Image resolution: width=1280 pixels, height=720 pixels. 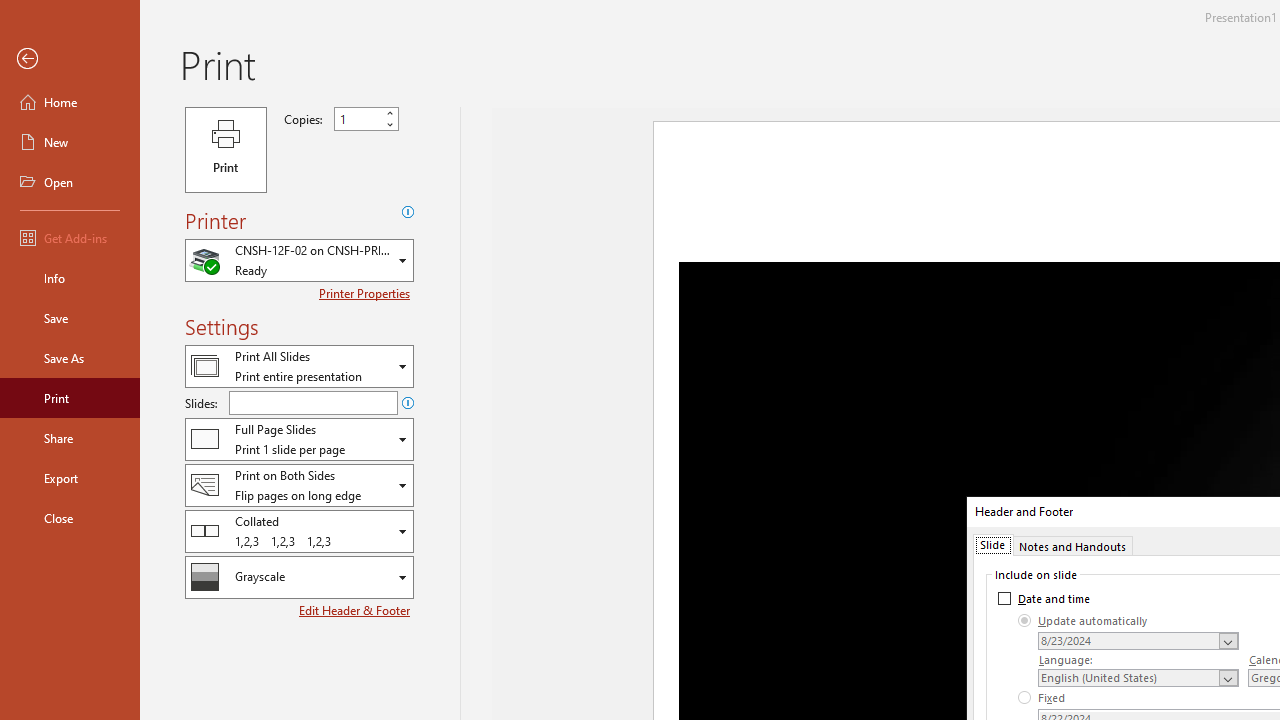 I want to click on 'Color/Grayscale', so click(x=298, y=577).